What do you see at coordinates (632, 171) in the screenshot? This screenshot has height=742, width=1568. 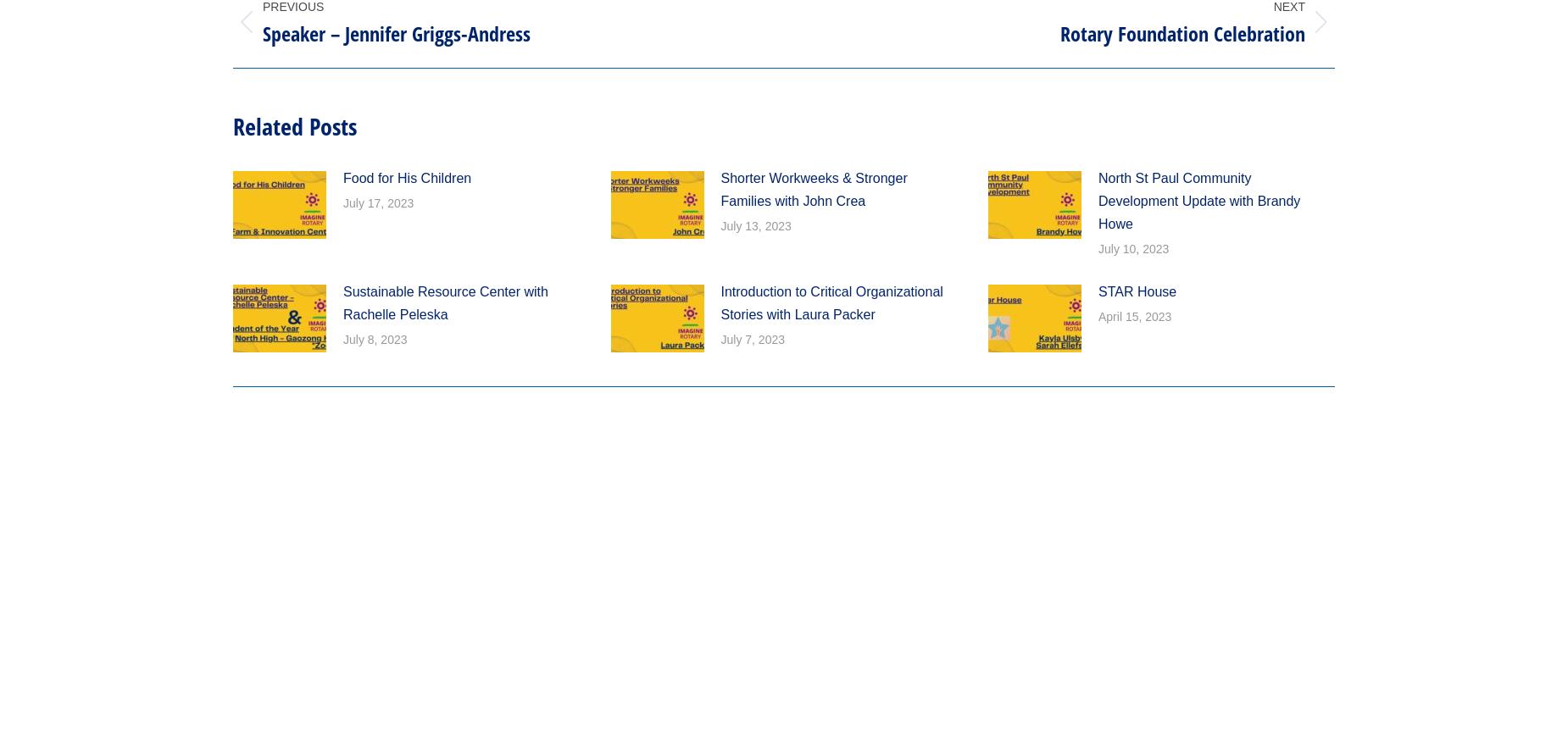 I see `'Cookie Policy'` at bounding box center [632, 171].